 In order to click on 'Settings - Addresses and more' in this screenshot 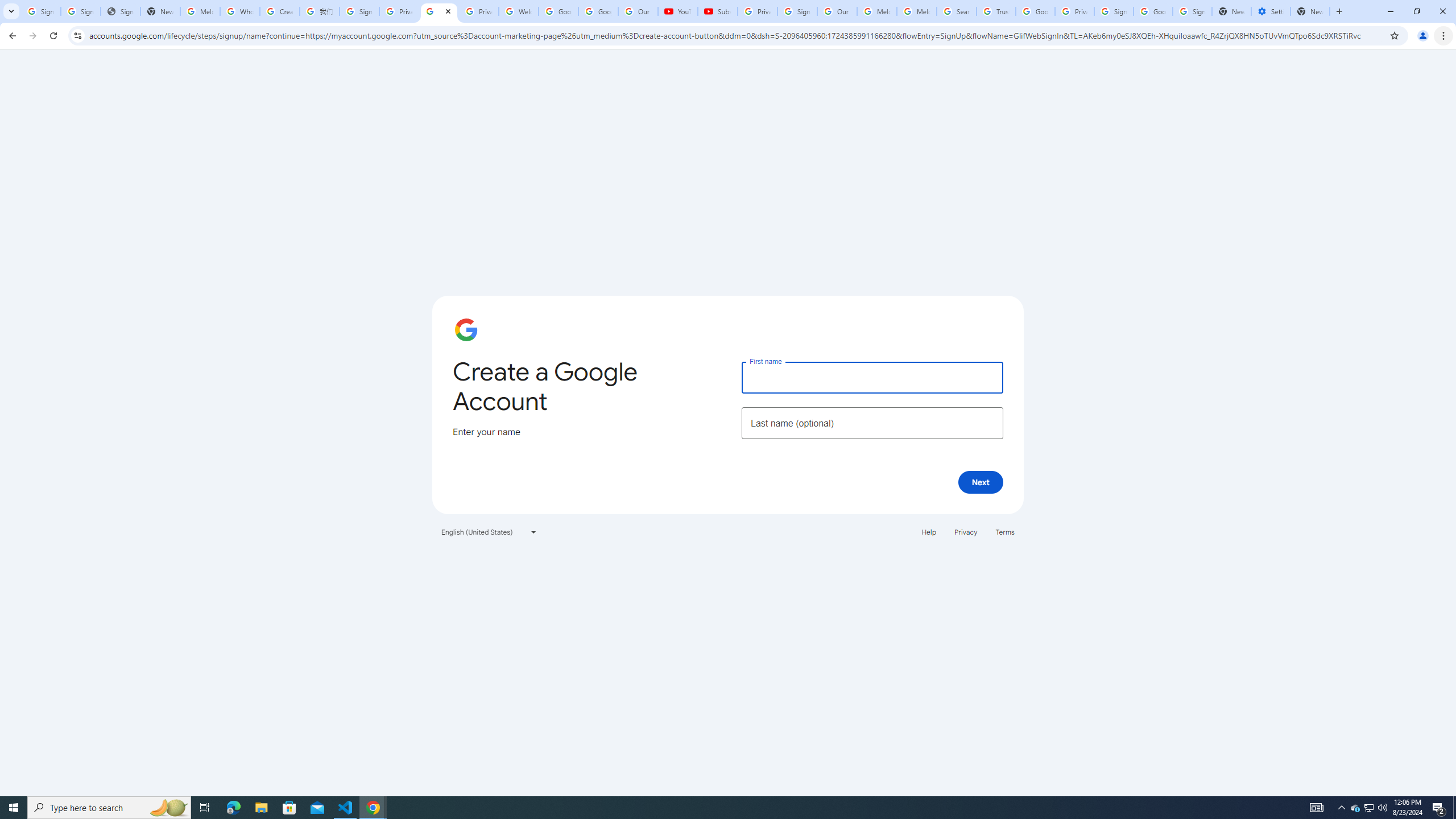, I will do `click(1270, 11)`.